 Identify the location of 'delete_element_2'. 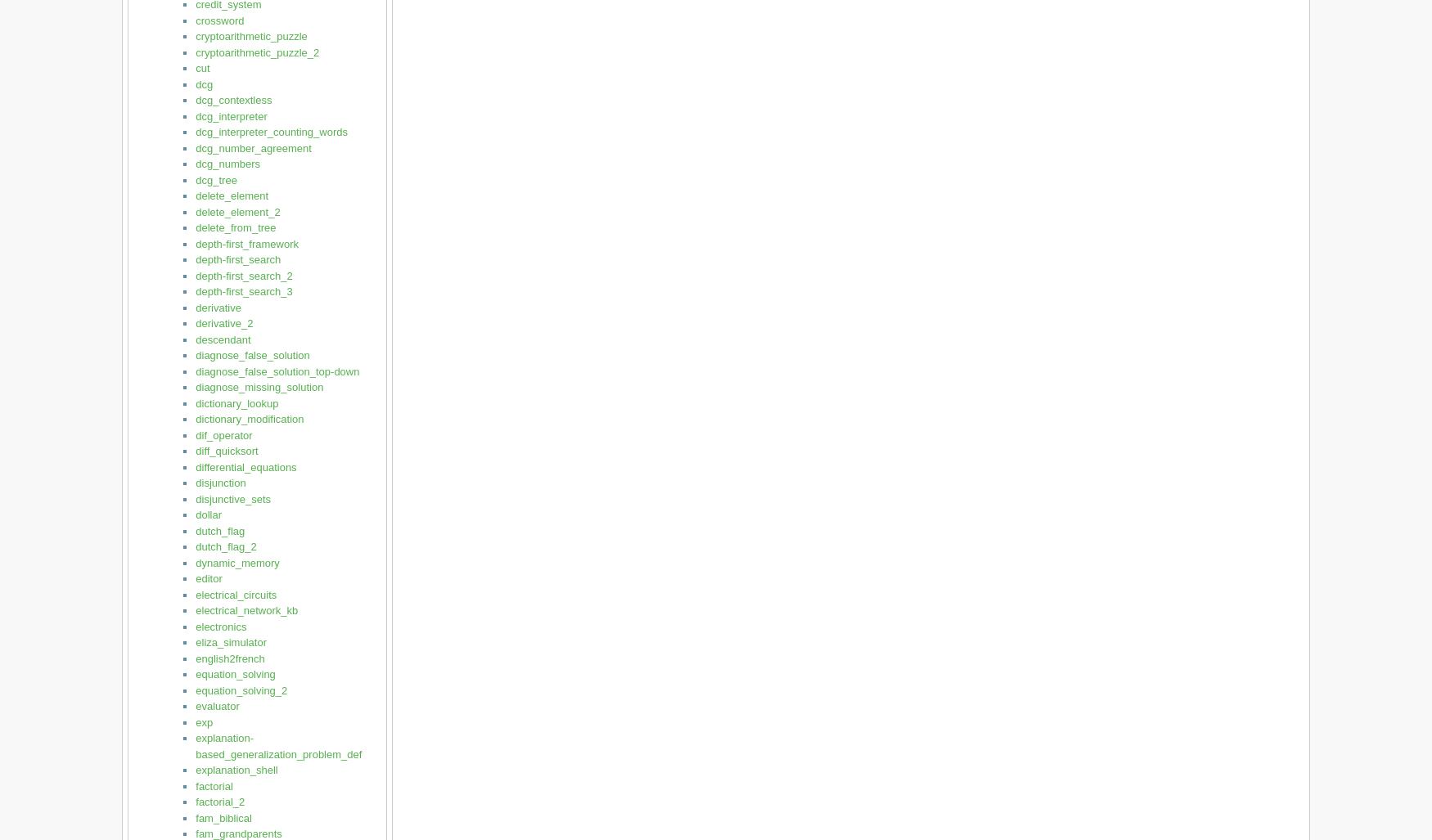
(236, 211).